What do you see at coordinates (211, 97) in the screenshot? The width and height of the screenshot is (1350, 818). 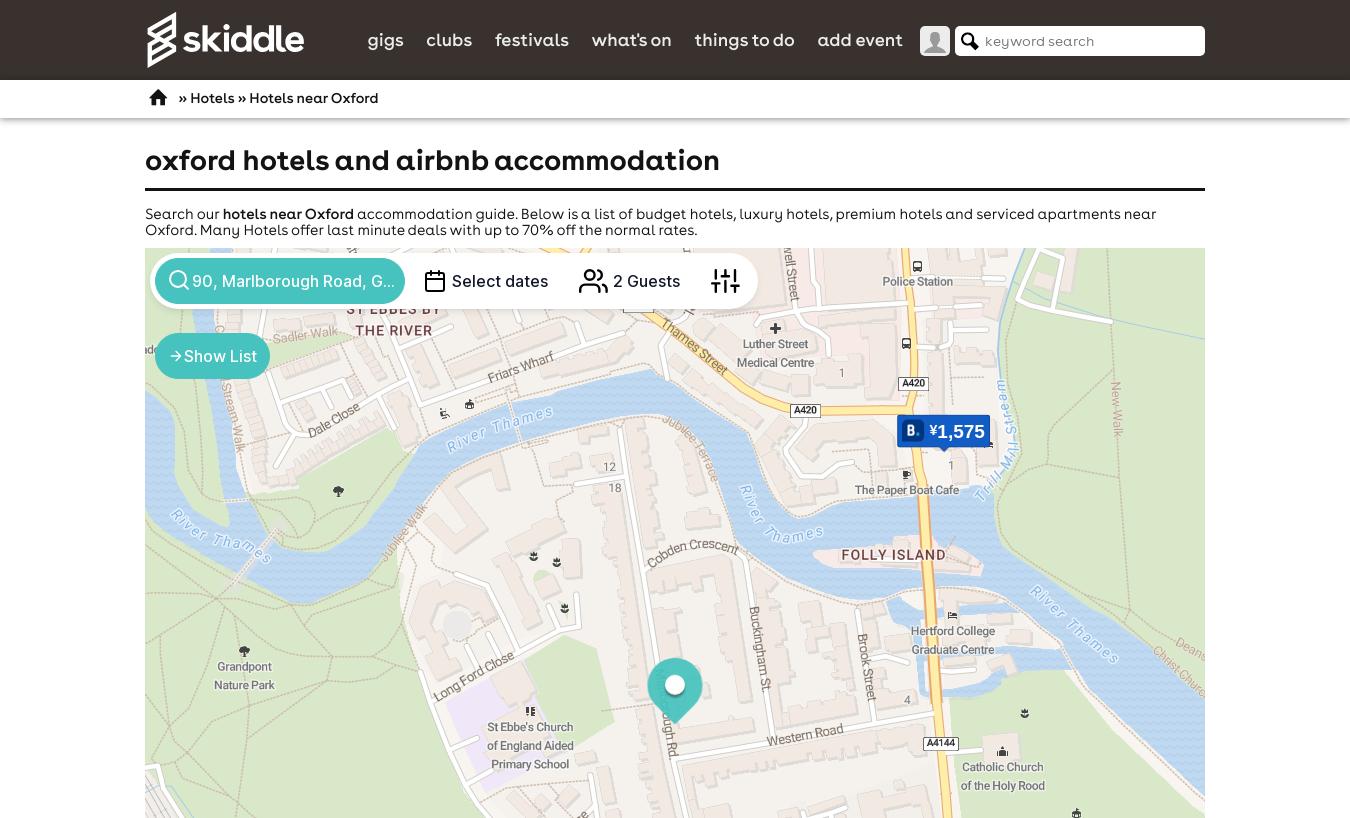 I see `'Hotels'` at bounding box center [211, 97].